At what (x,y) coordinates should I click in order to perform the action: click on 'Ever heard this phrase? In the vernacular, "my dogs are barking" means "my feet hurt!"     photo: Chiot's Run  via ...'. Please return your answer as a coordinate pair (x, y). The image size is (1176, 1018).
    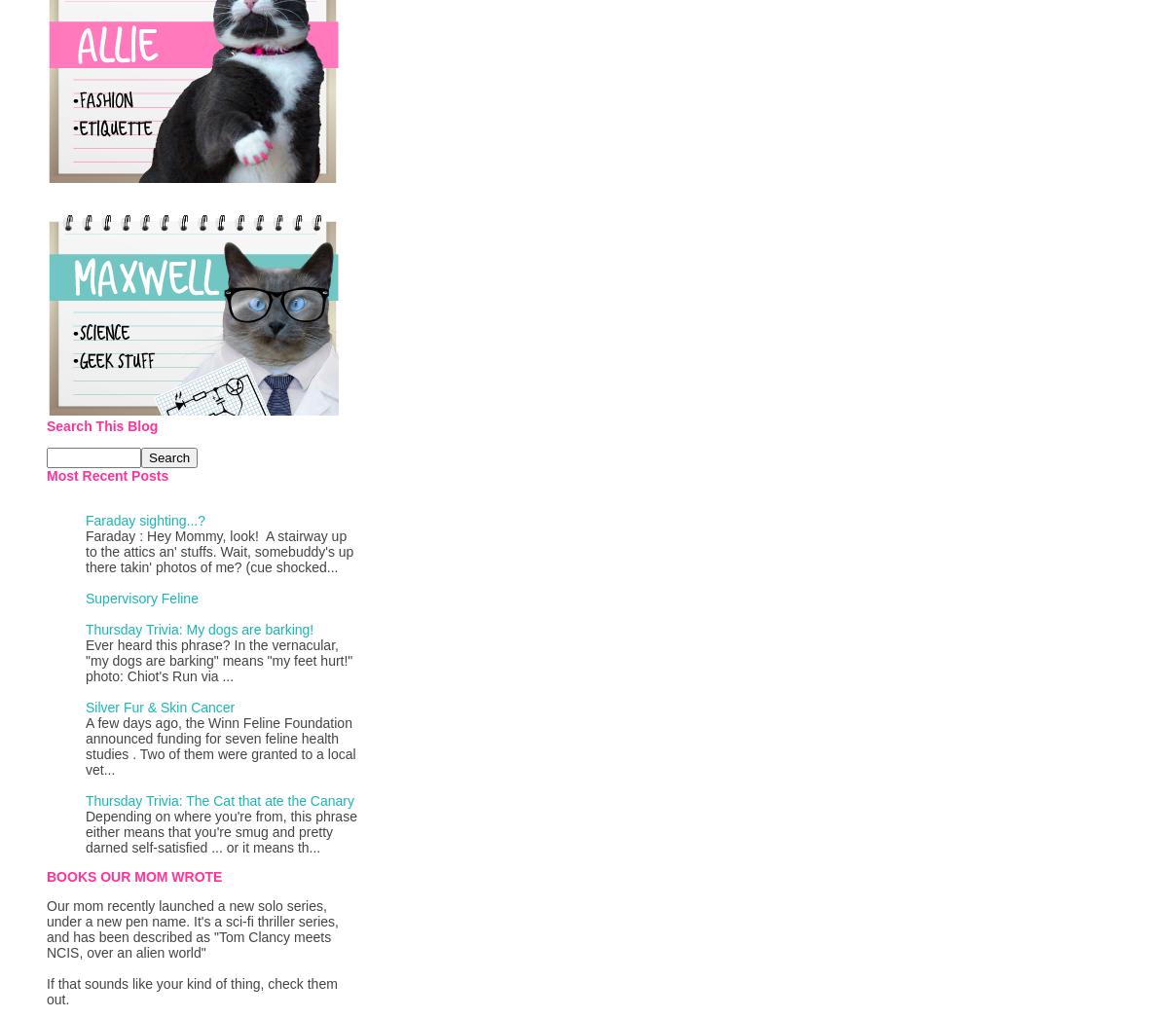
    Looking at the image, I should click on (219, 659).